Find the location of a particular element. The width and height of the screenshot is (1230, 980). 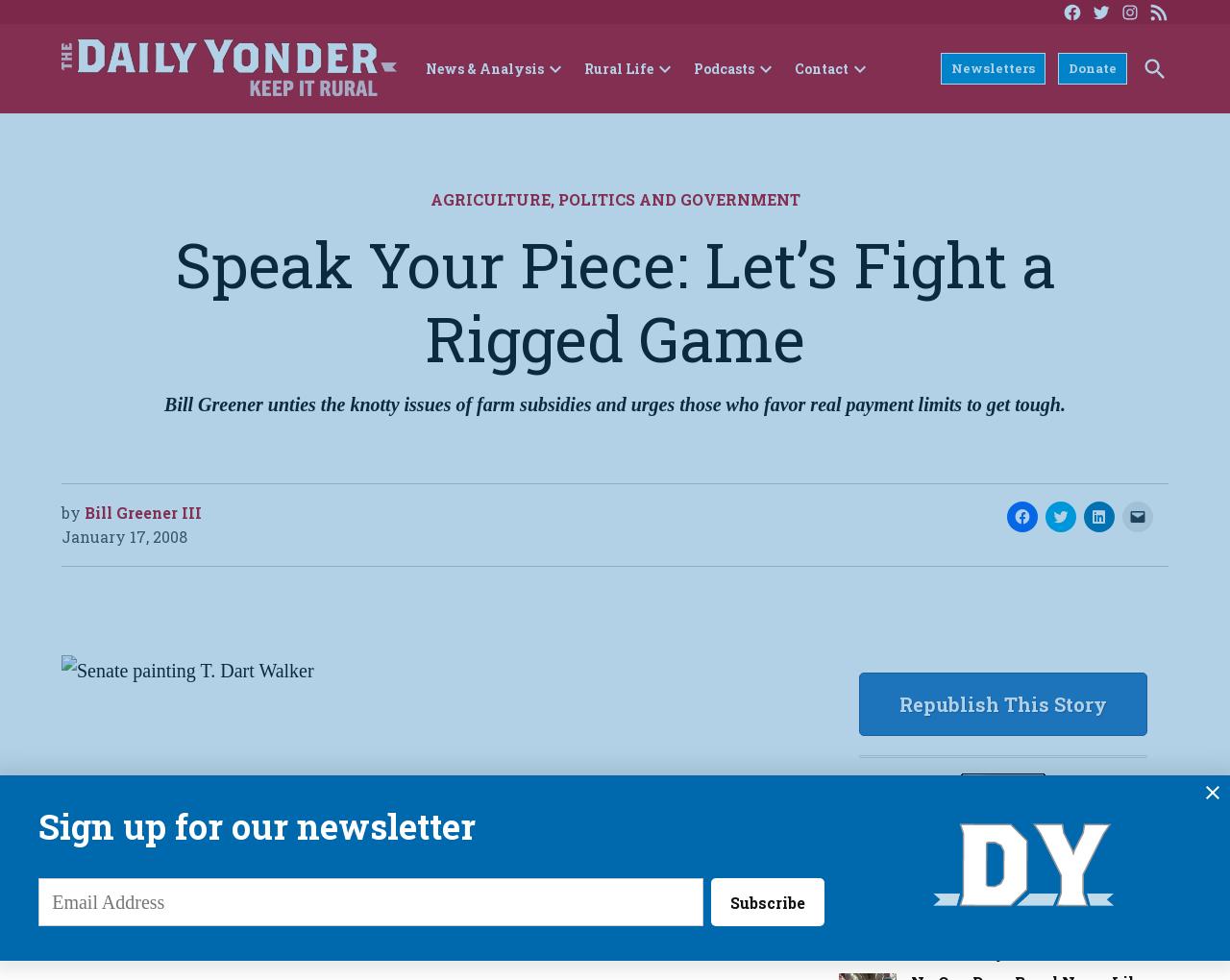

'No results found' is located at coordinates (193, 129).